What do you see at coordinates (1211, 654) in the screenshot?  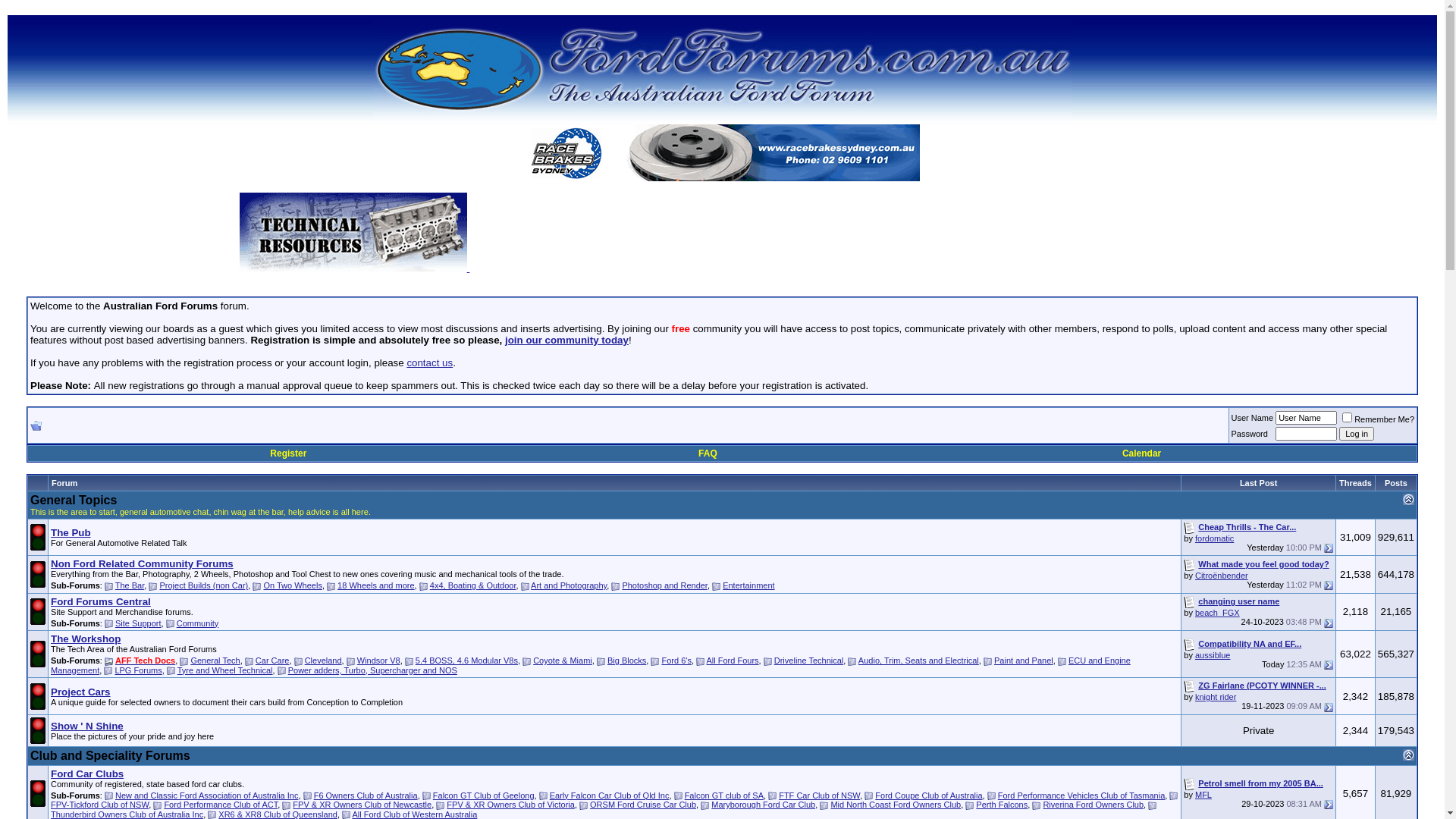 I see `'aussiblue'` at bounding box center [1211, 654].